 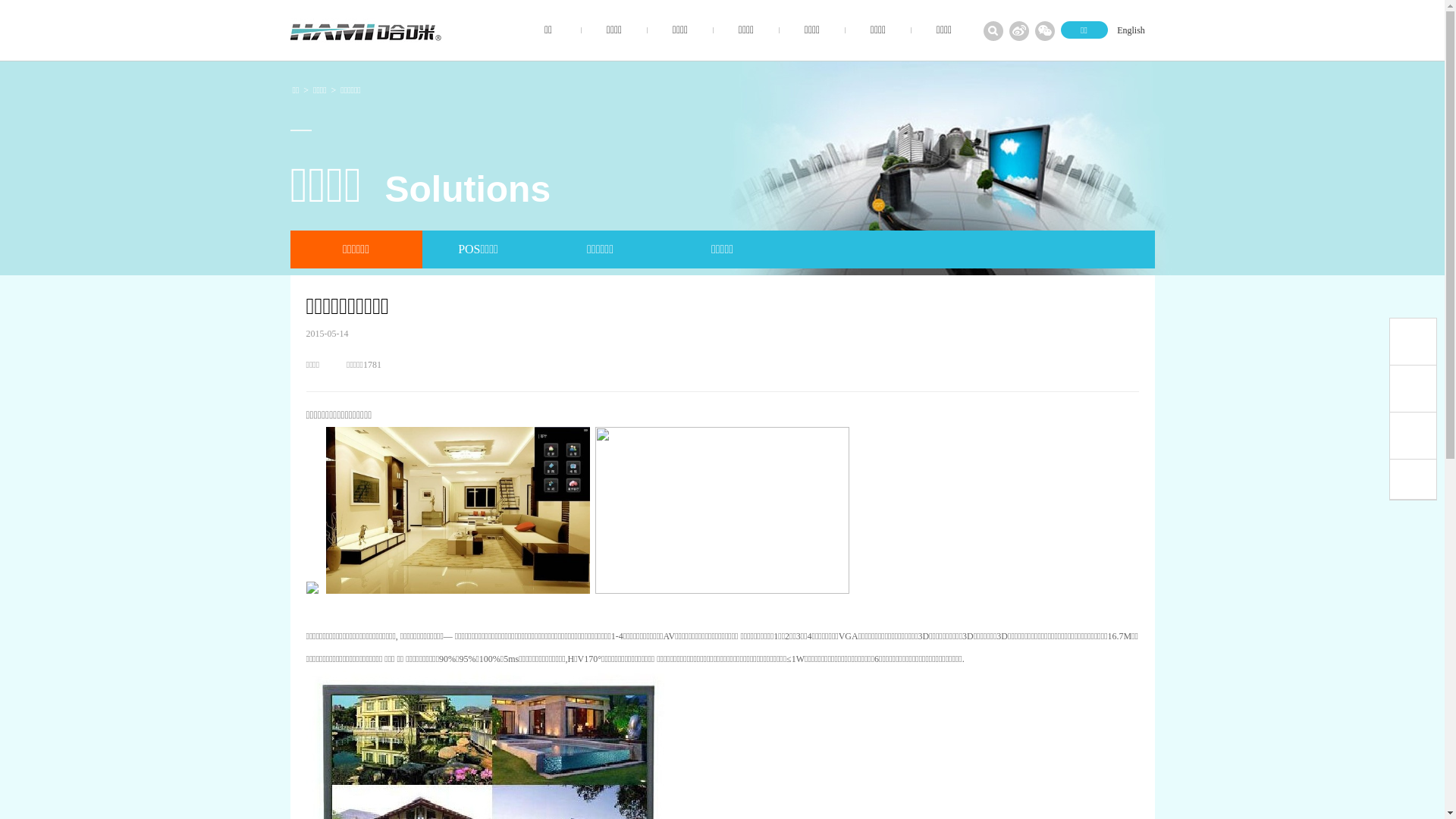 What do you see at coordinates (1131, 30) in the screenshot?
I see `'English'` at bounding box center [1131, 30].